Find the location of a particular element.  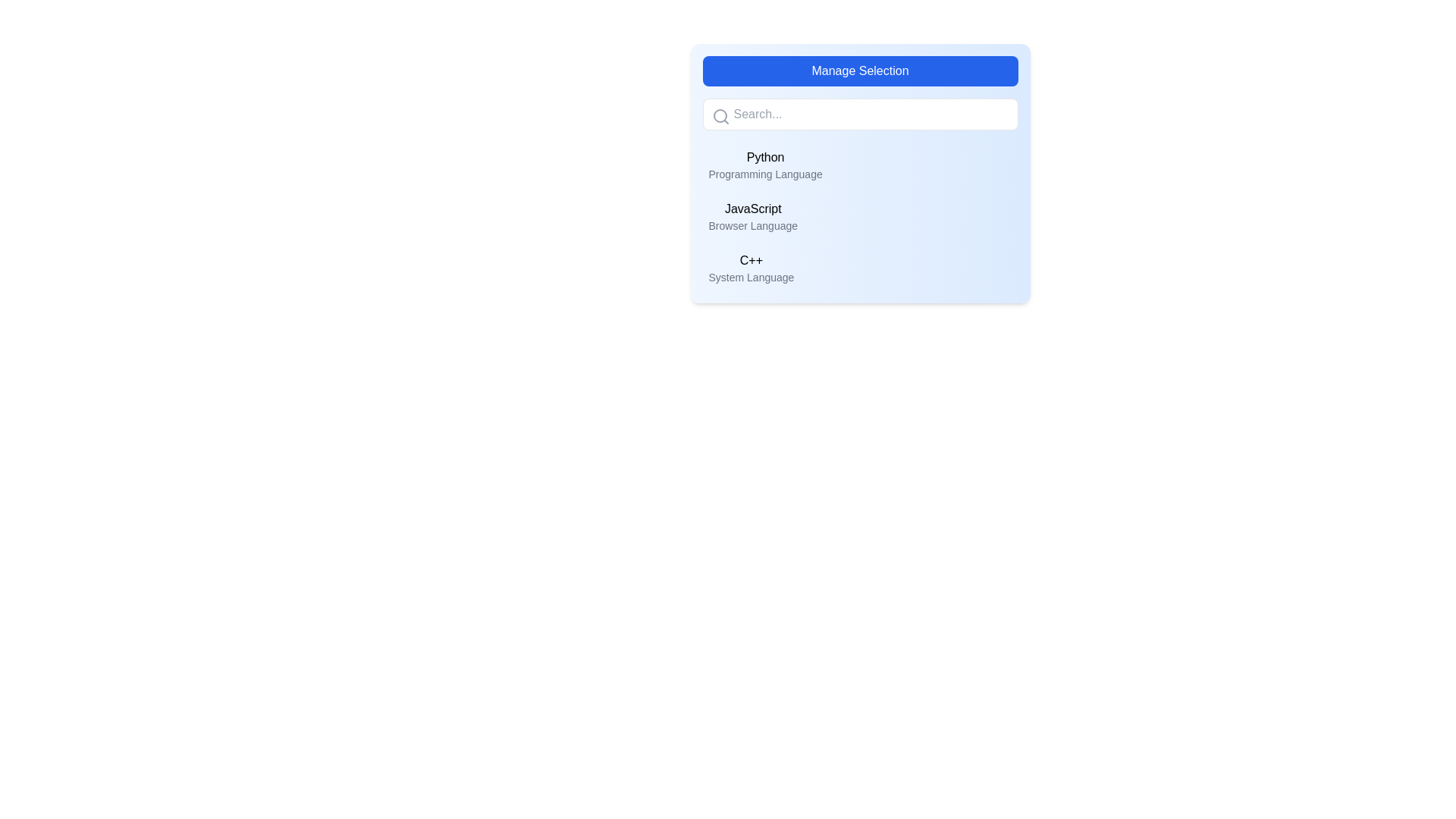

the descriptive Text label located below the 'JavaScript' header in the middle section of the interface panel is located at coordinates (753, 225).